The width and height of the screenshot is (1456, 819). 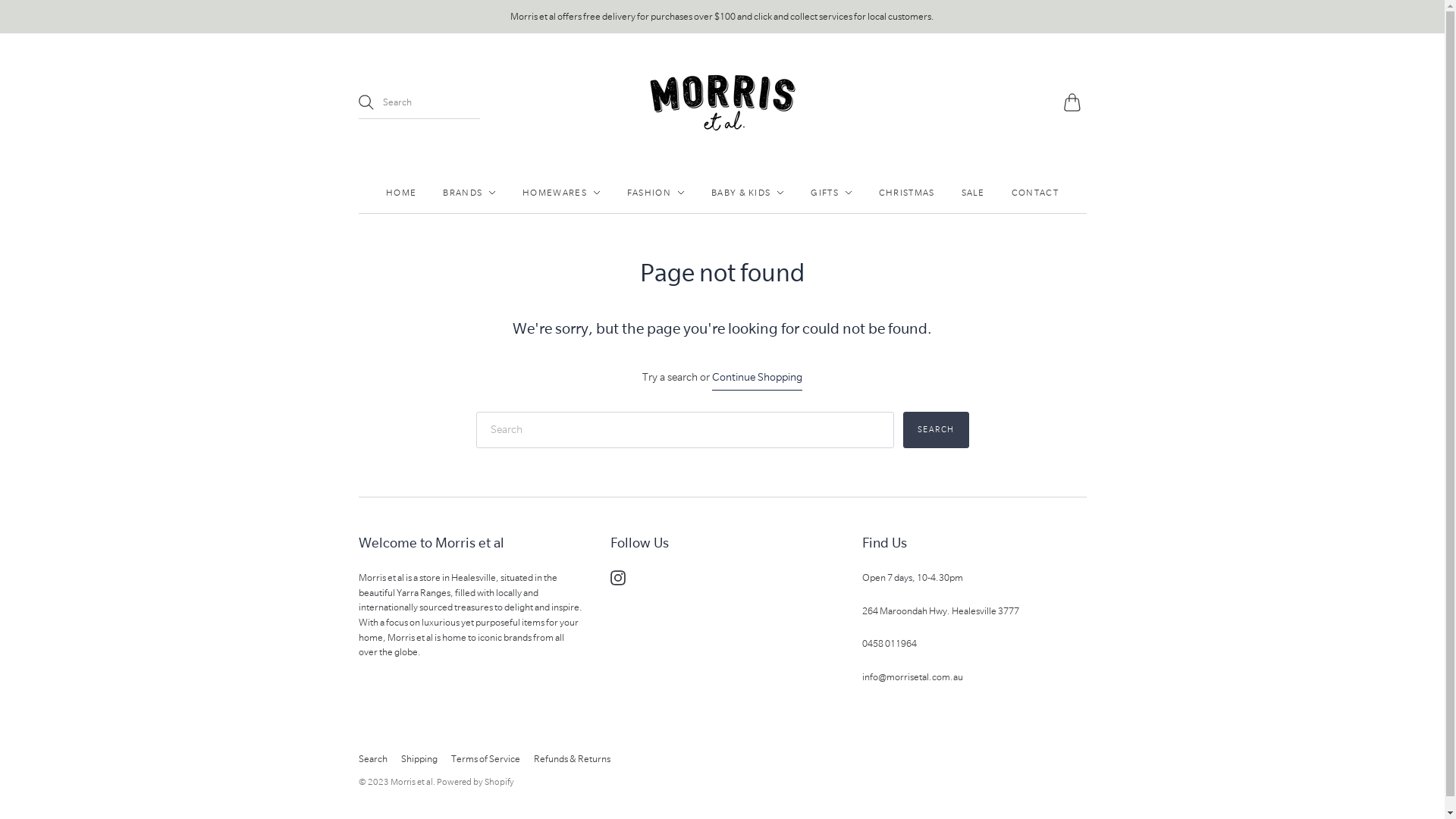 I want to click on 'Refunds & Returns', so click(x=571, y=758).